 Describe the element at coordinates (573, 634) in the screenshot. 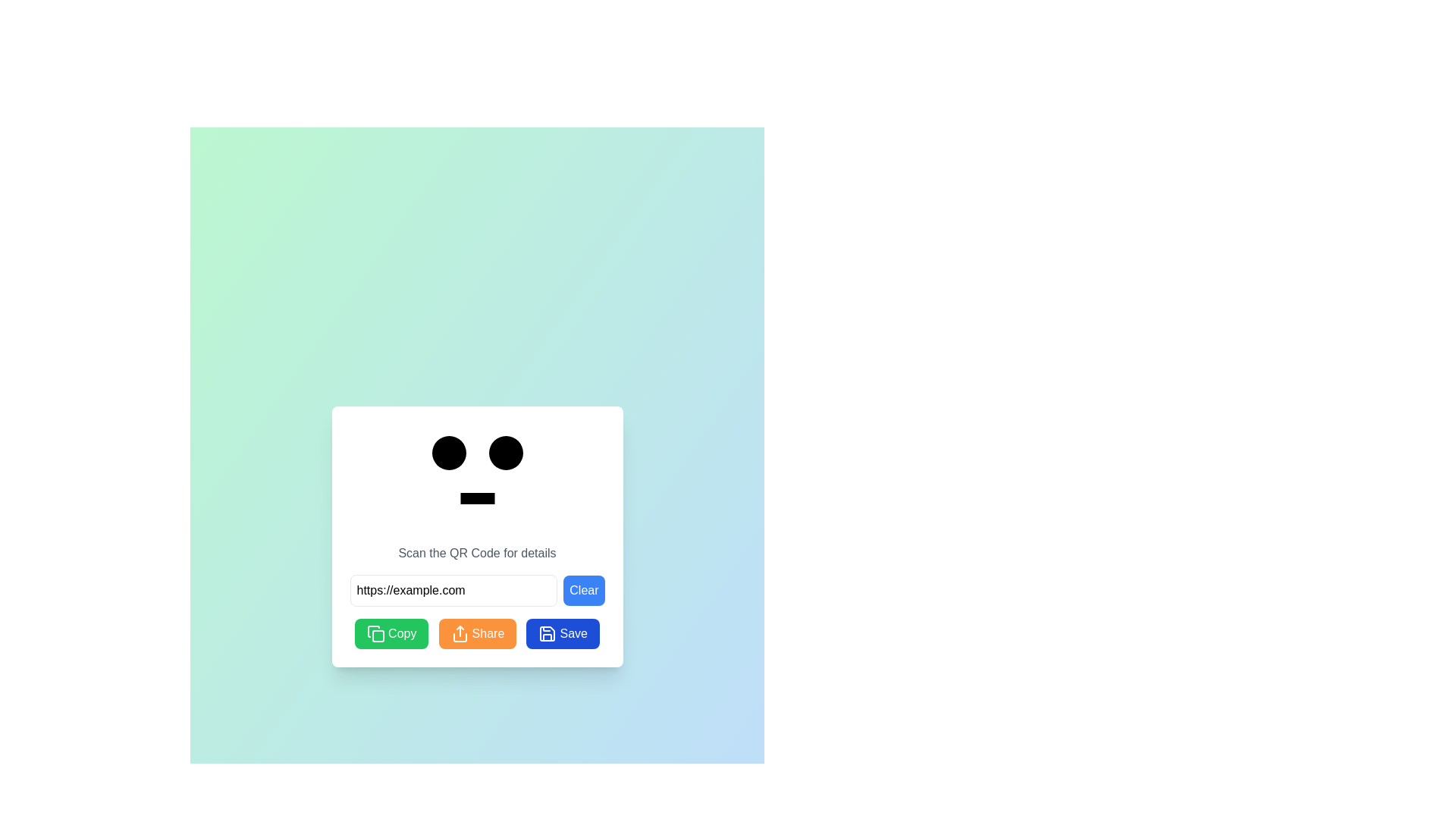

I see `the 'Save' button, which is located at the bottom-right corner of the interface and includes a disk icon and the text 'Save', to perform a save action` at that location.